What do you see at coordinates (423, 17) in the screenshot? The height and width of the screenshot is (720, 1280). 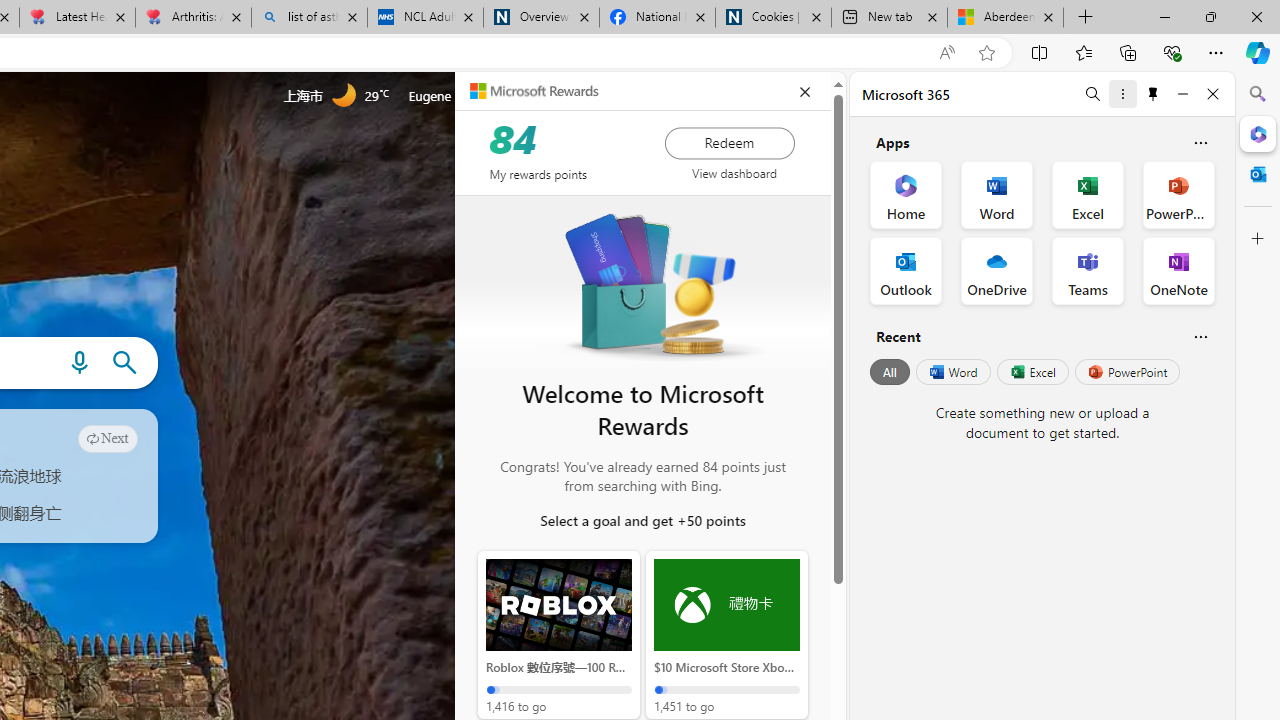 I see `'NCL Adult Asthma Inhaler Choice Guideline'` at bounding box center [423, 17].